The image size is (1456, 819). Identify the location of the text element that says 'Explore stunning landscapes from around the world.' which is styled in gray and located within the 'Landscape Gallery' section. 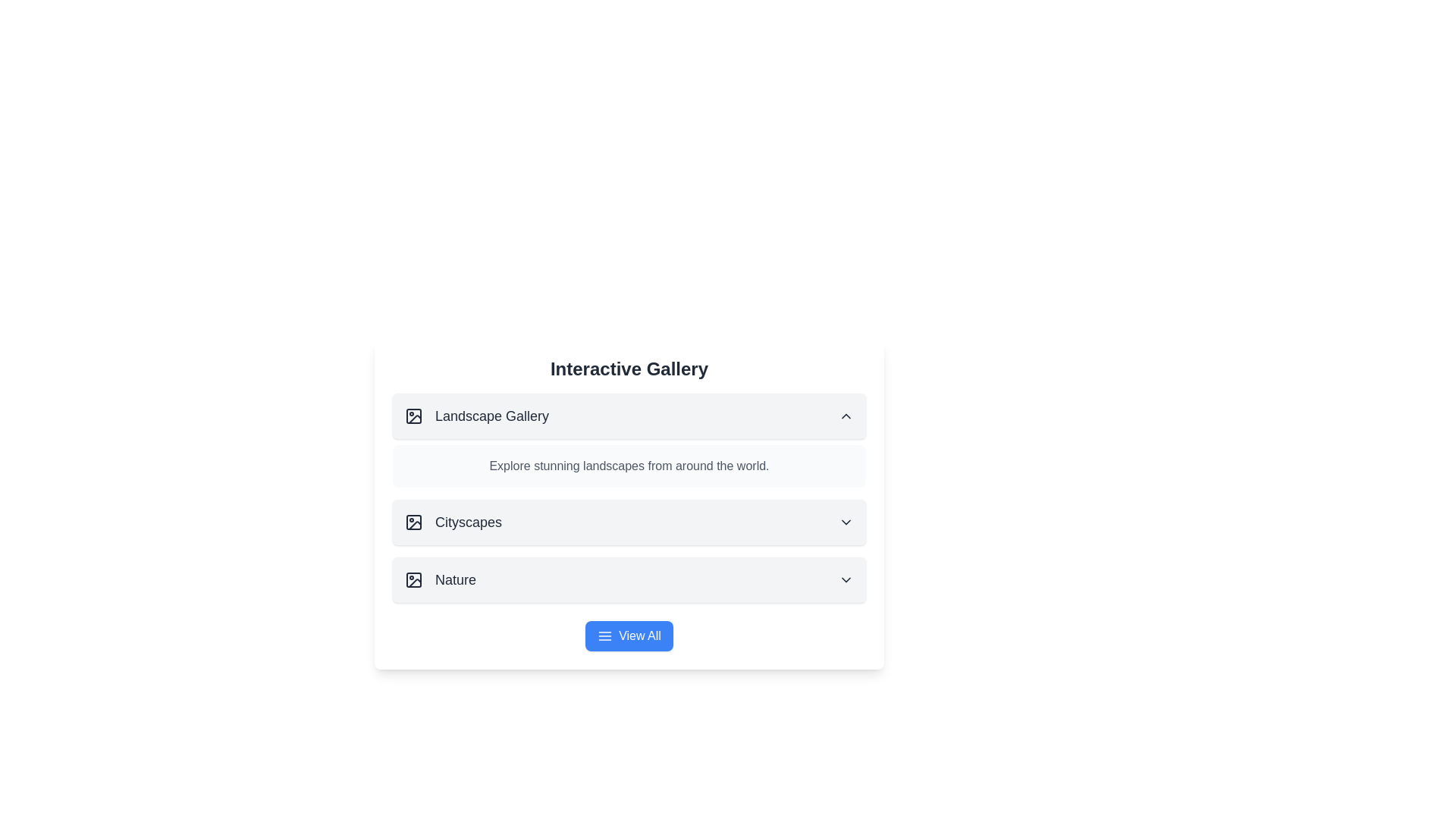
(629, 465).